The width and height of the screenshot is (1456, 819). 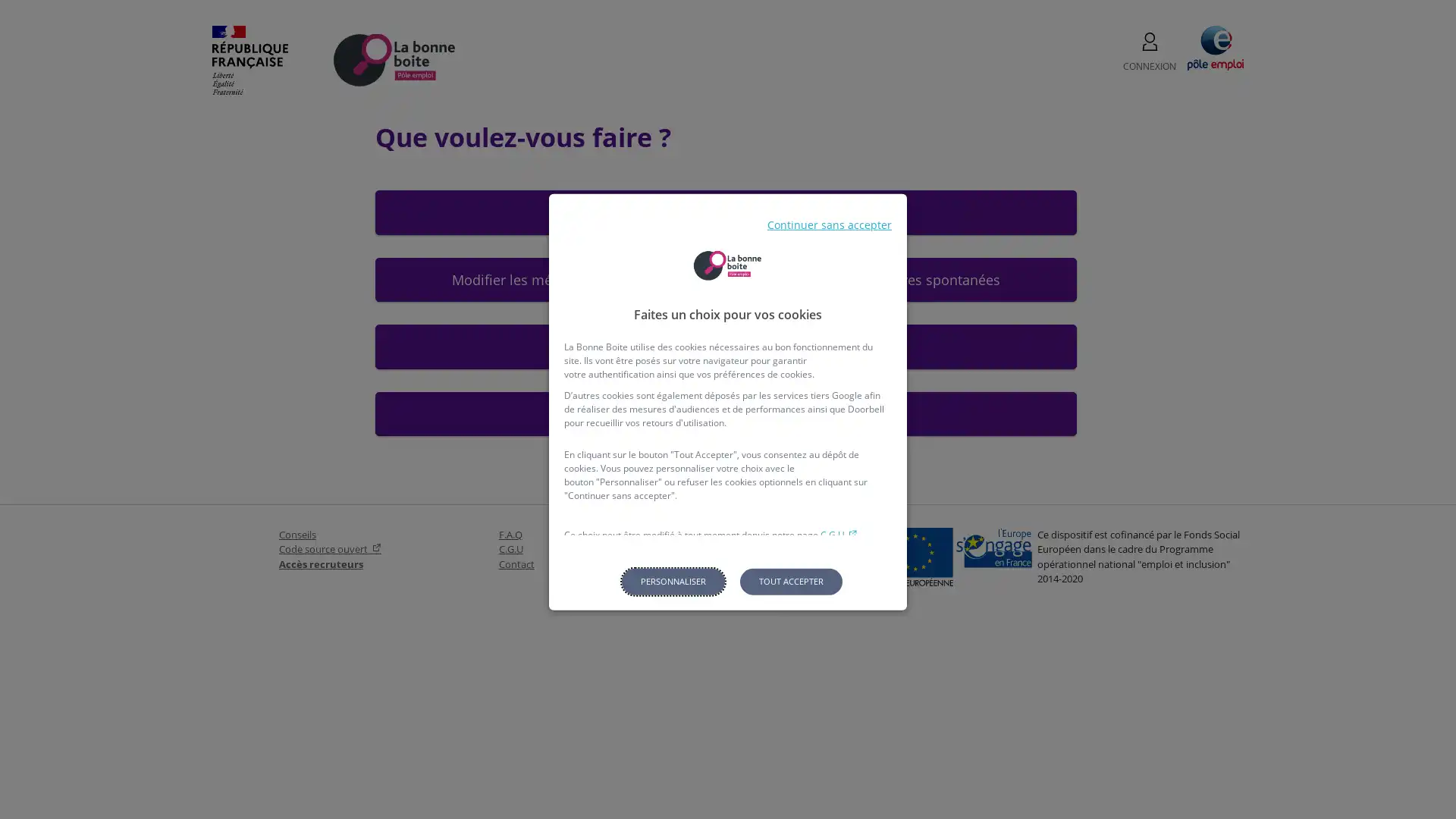 What do you see at coordinates (1150, 51) in the screenshot?
I see `CONNEXION` at bounding box center [1150, 51].